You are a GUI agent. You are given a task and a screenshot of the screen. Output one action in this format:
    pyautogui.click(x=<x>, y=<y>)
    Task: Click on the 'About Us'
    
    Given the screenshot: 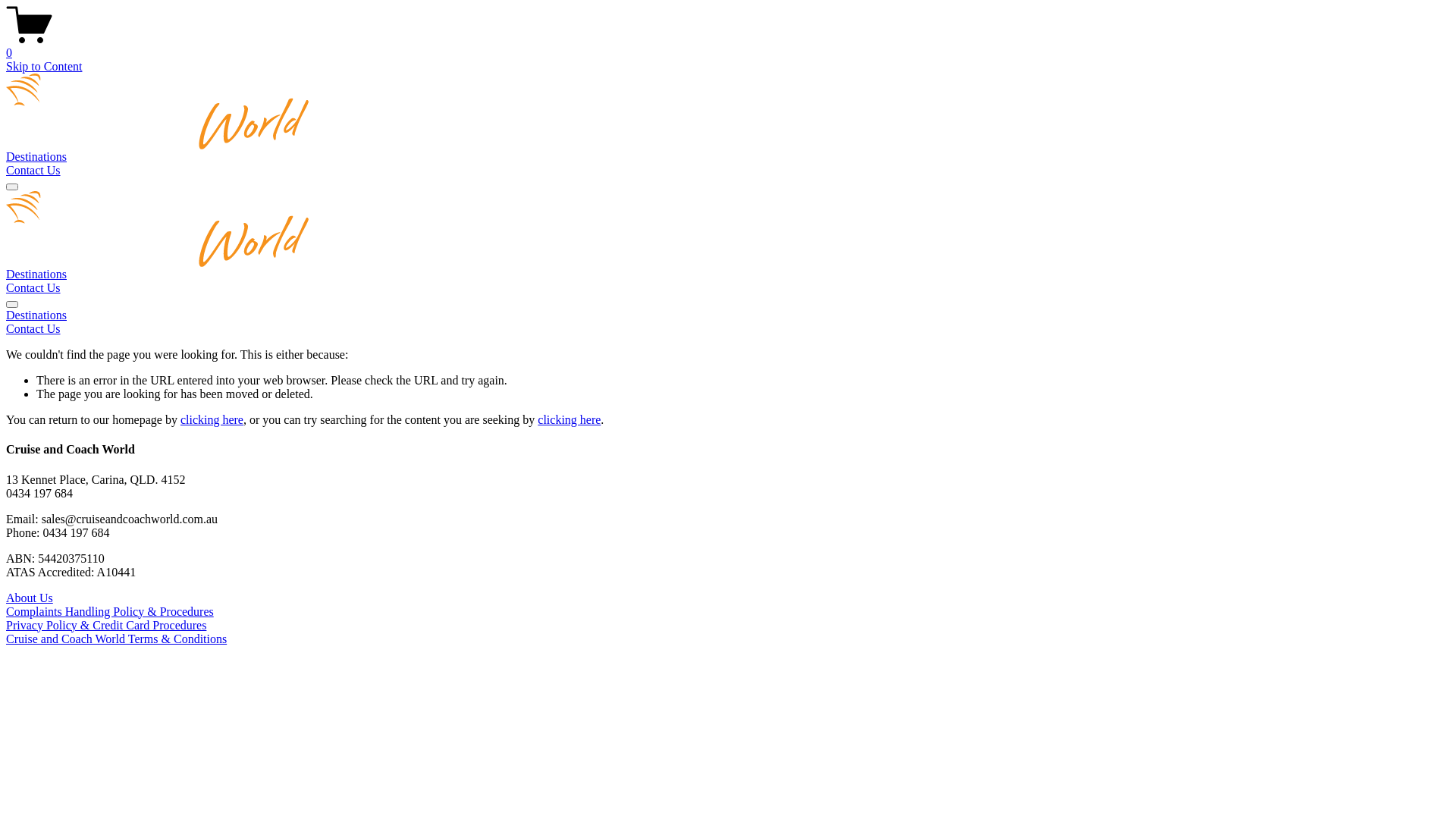 What is the action you would take?
    pyautogui.click(x=6, y=597)
    